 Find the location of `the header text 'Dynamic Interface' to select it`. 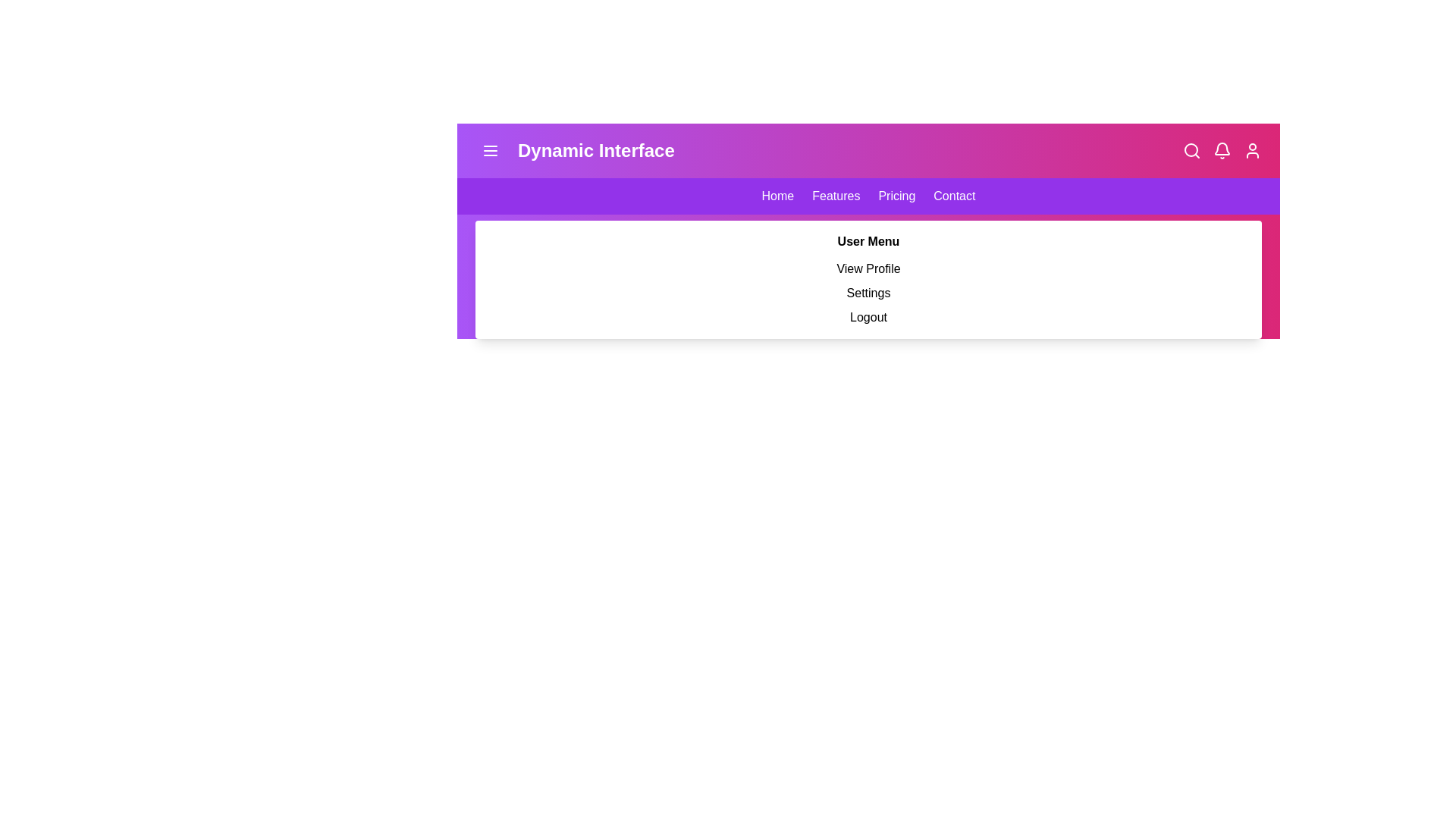

the header text 'Dynamic Interface' to select it is located at coordinates (574, 151).